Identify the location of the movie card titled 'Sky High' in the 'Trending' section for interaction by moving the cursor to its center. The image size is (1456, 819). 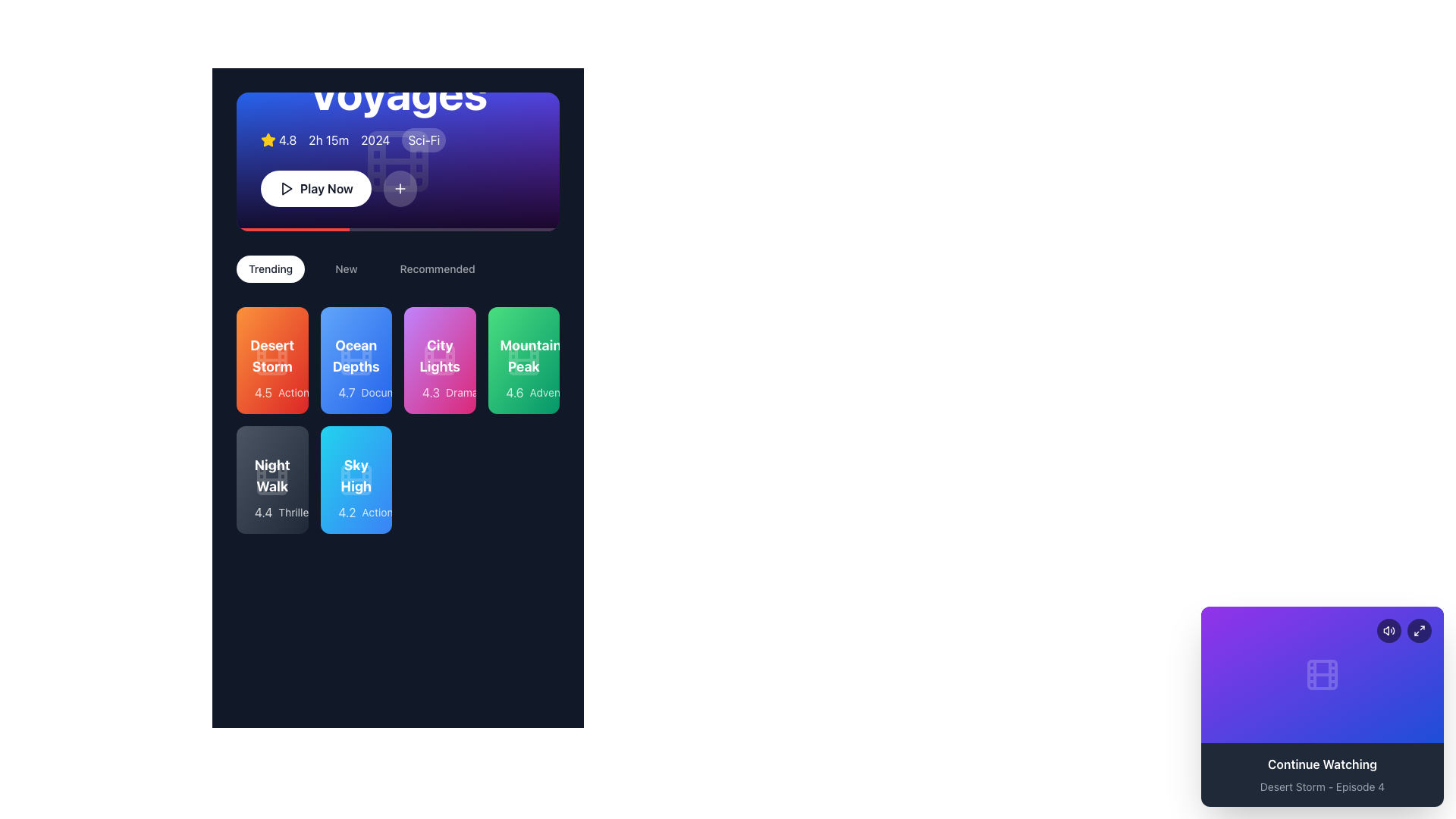
(355, 488).